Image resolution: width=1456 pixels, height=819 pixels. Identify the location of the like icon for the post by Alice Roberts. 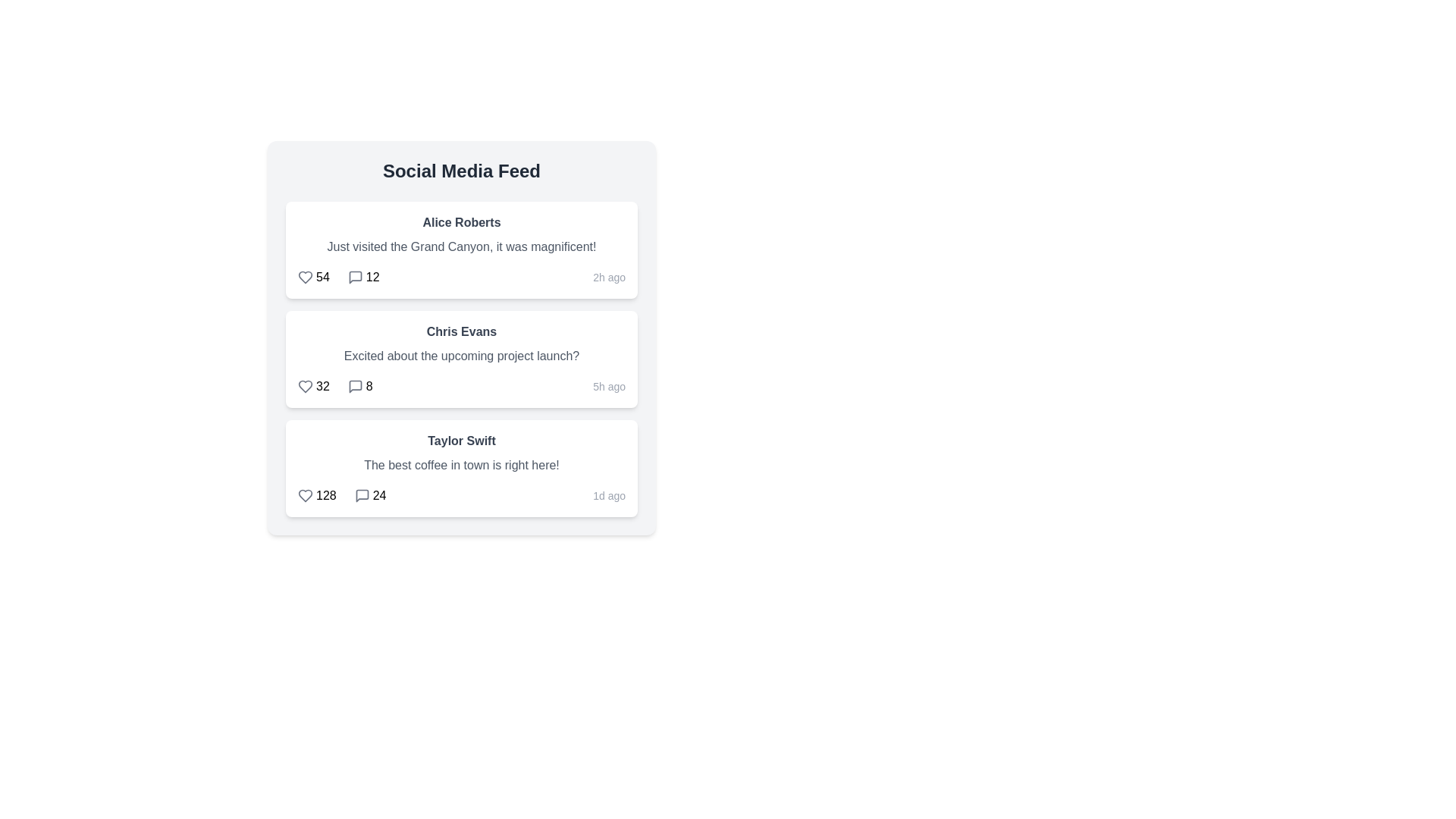
(305, 278).